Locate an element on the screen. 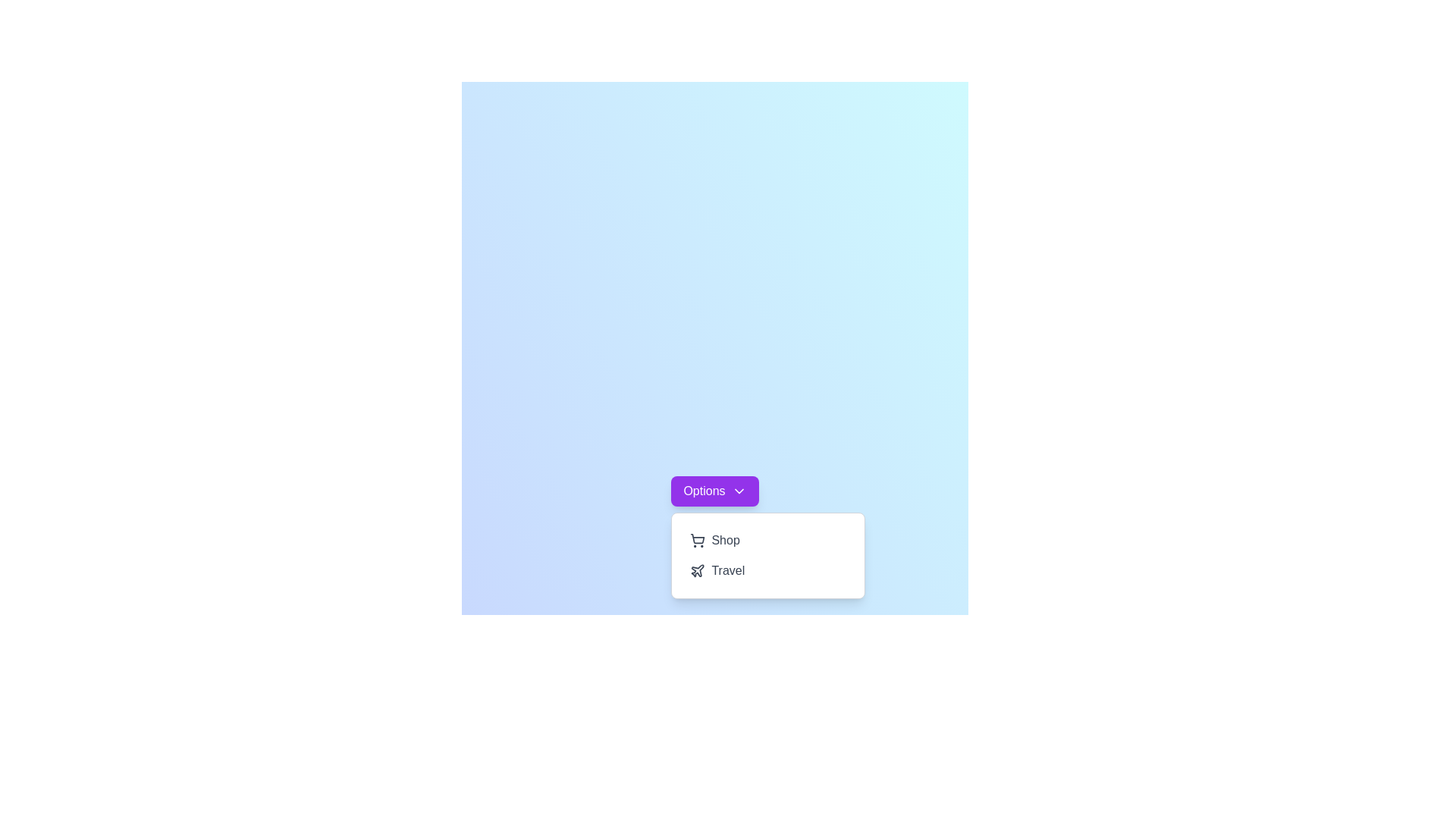 This screenshot has width=1456, height=819. the second menu item in the dropdown menu under the purple 'Options' button is located at coordinates (768, 555).